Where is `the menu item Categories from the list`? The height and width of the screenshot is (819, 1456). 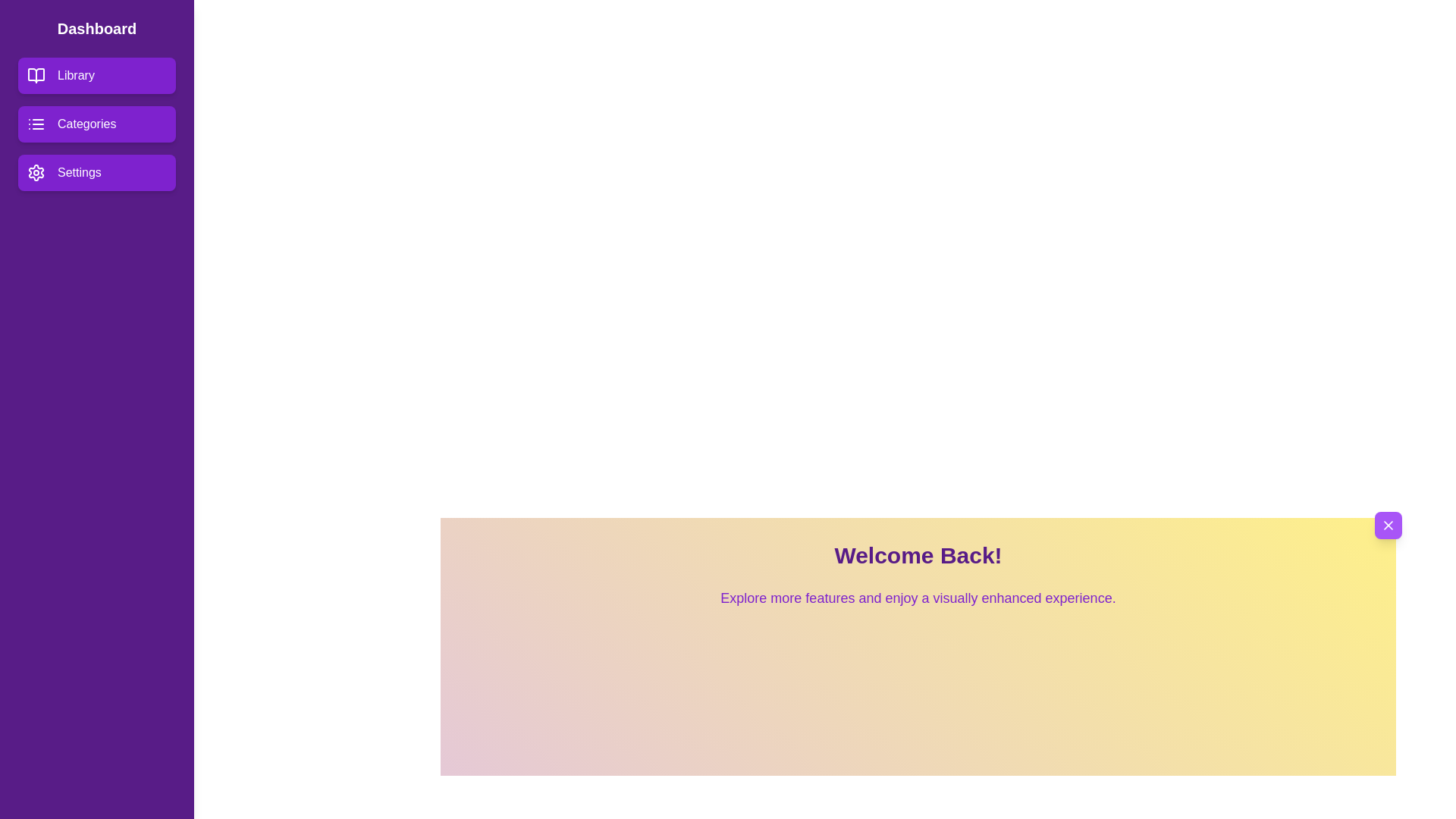 the menu item Categories from the list is located at coordinates (96, 124).